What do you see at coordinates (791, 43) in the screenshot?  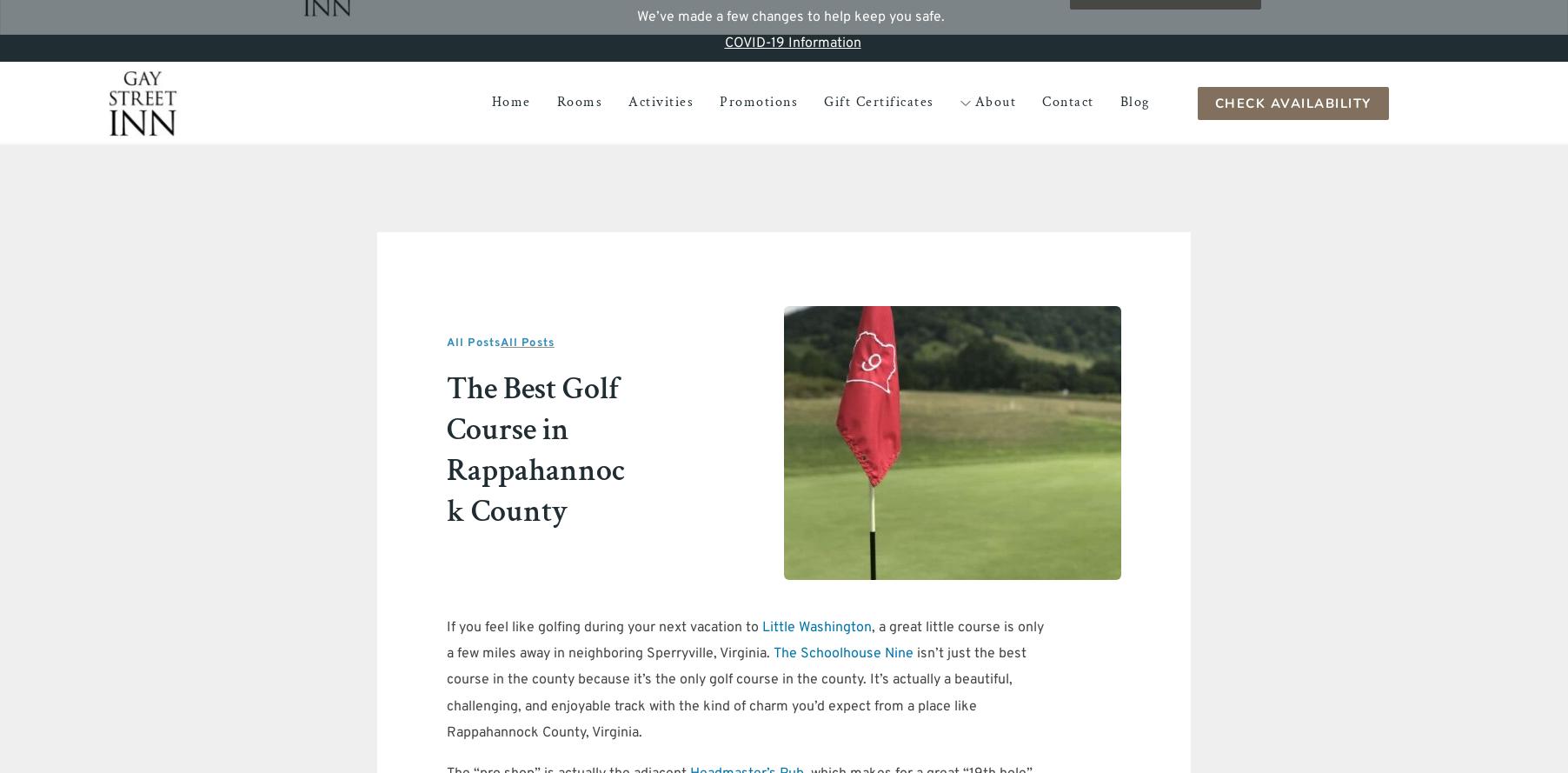 I see `'COVID-19 Information'` at bounding box center [791, 43].